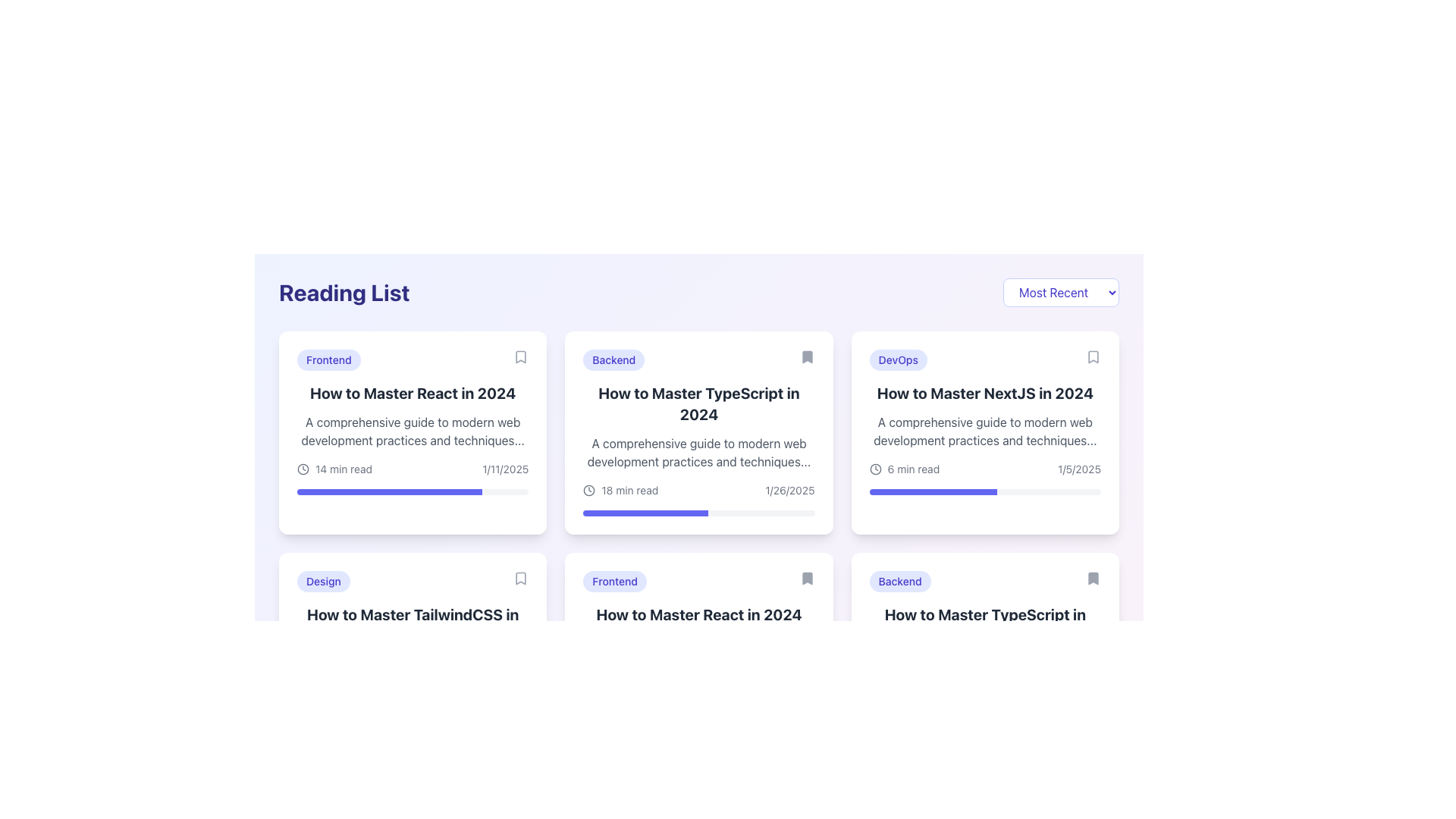 The width and height of the screenshot is (1456, 819). Describe the element at coordinates (303, 468) in the screenshot. I see `the circular clock icon with a gray outline located in the bottom-left corner of the card labeled 'How to Master React in 2024'` at that location.